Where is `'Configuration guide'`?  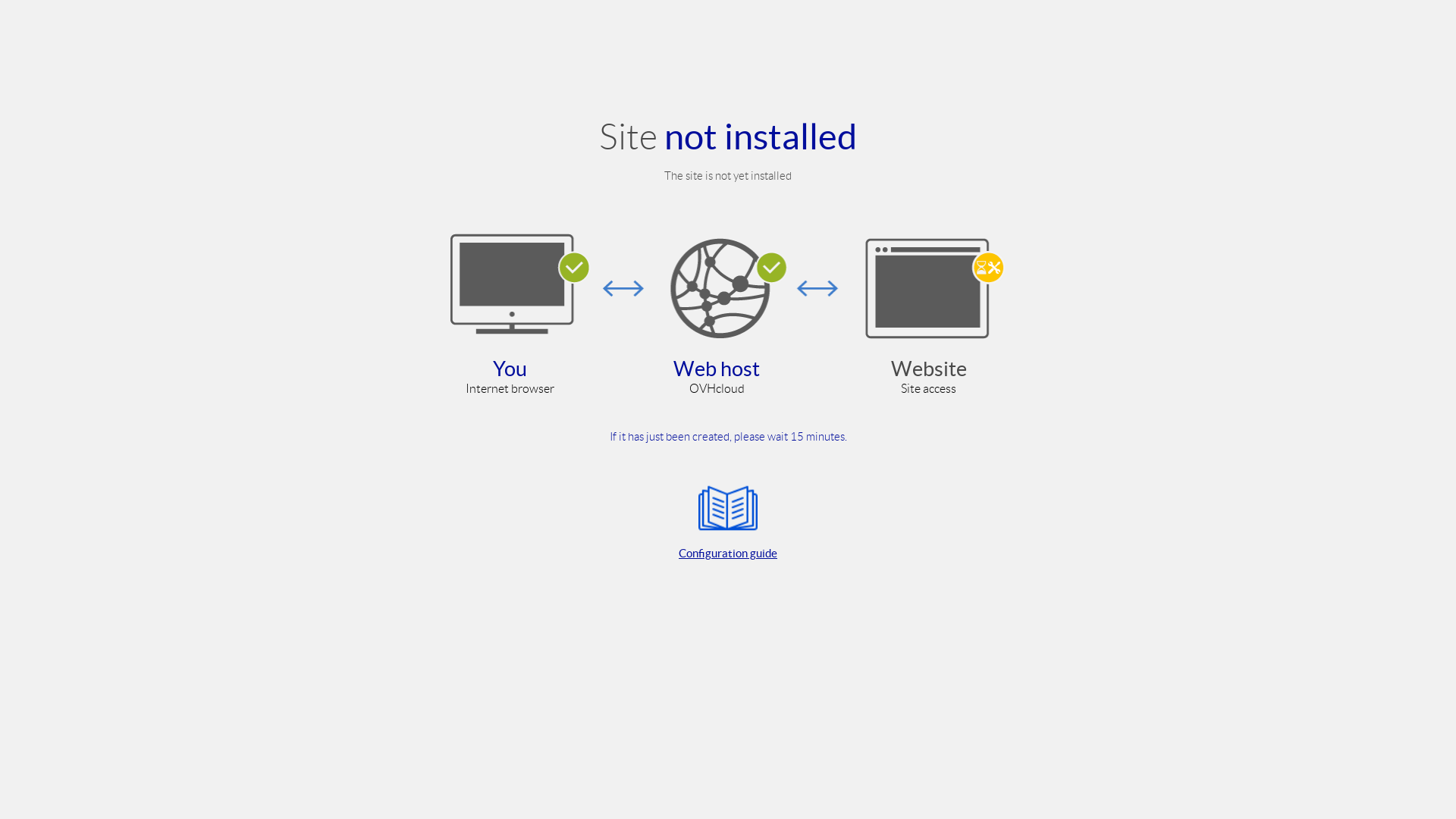 'Configuration guide' is located at coordinates (728, 519).